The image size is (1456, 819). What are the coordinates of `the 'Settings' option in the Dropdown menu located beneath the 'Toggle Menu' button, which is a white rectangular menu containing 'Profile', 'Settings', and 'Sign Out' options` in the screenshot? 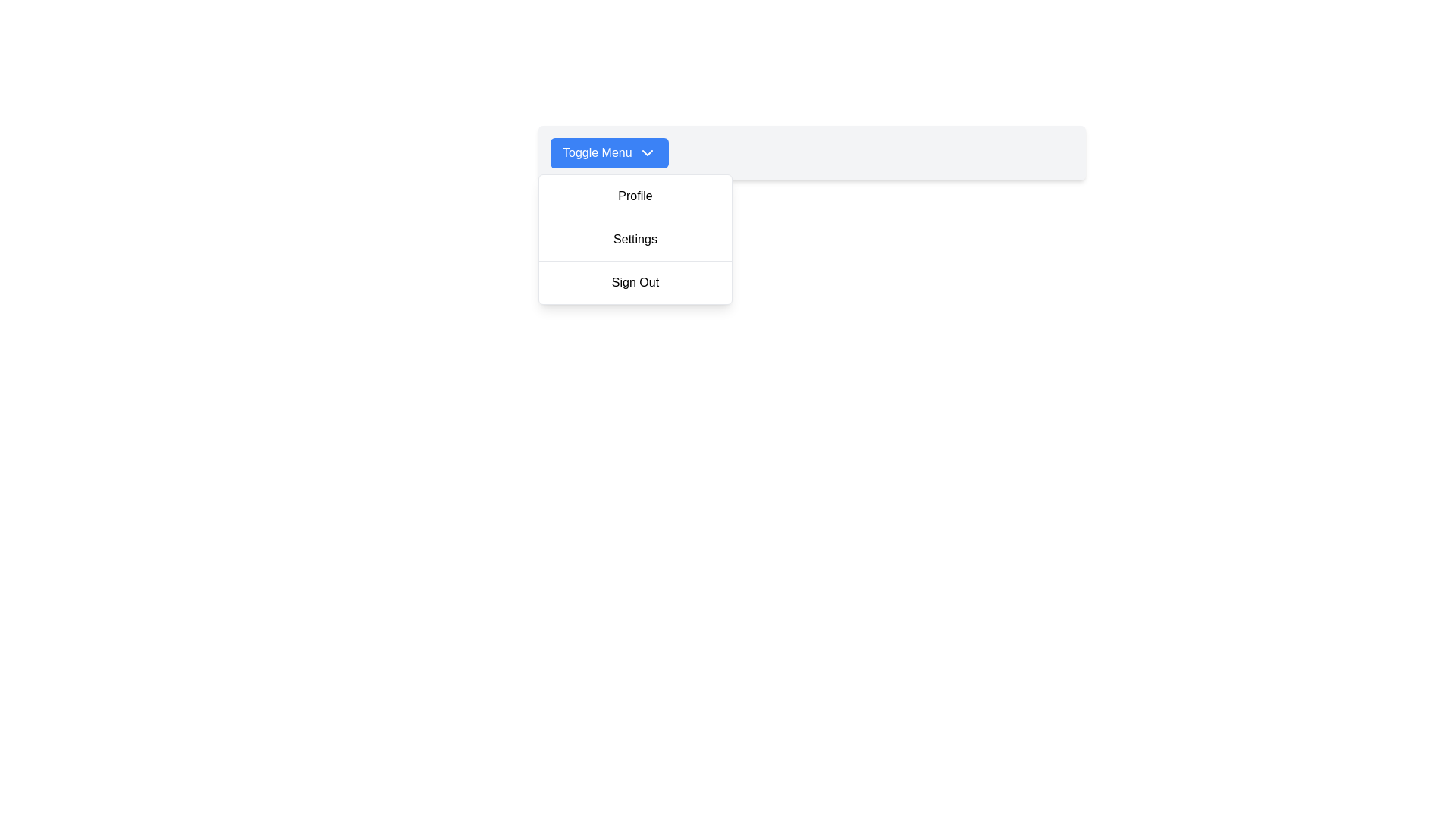 It's located at (635, 239).